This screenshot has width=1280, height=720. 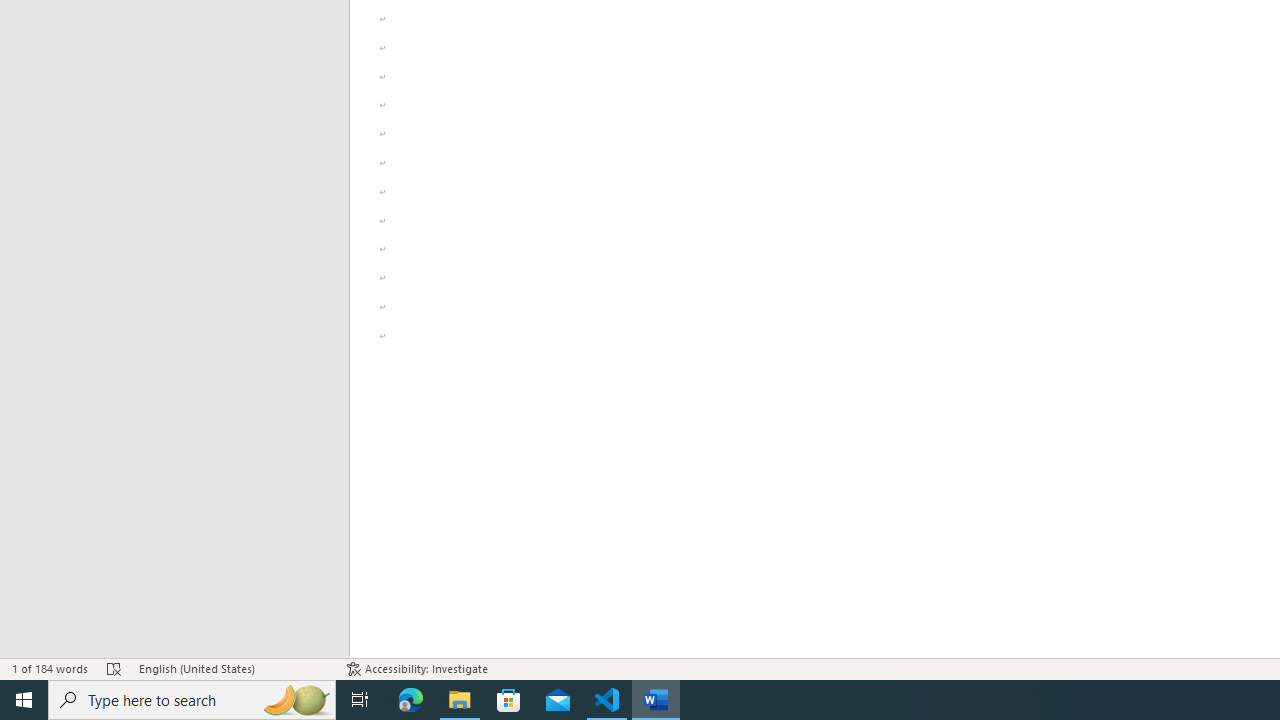 What do you see at coordinates (113, 669) in the screenshot?
I see `'Spelling and Grammar Check Errors'` at bounding box center [113, 669].